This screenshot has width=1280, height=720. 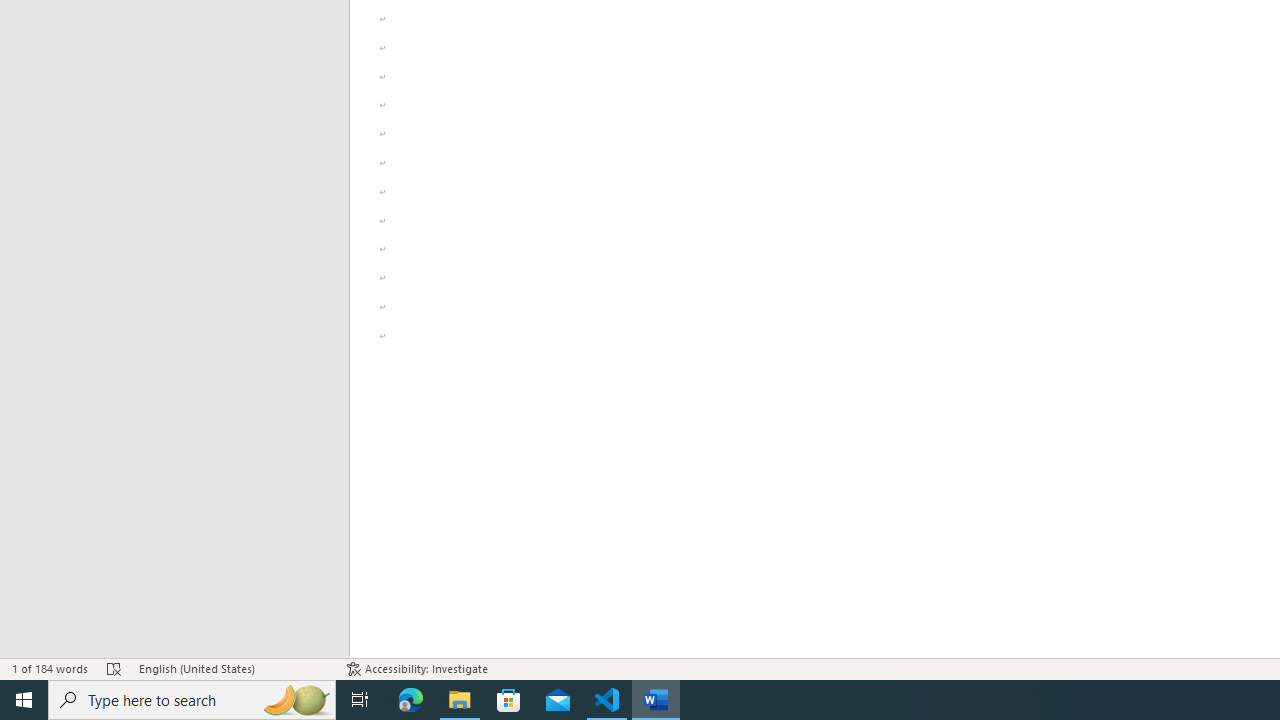 What do you see at coordinates (113, 669) in the screenshot?
I see `'Spelling and Grammar Check Errors'` at bounding box center [113, 669].